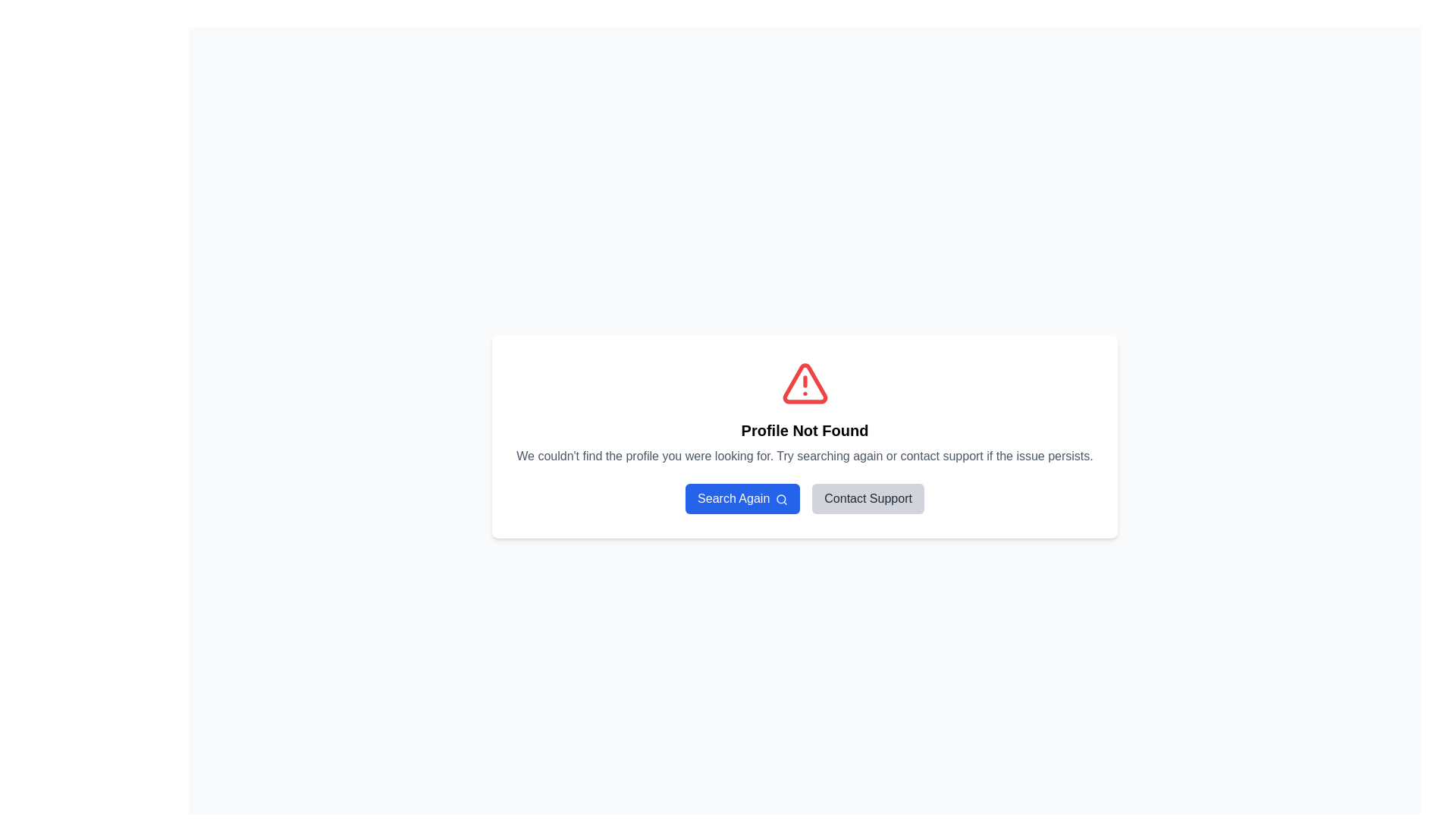 This screenshot has width=1456, height=819. Describe the element at coordinates (782, 499) in the screenshot. I see `the magnifying glass icon on the right side of the 'Search Again' button, which is positioned below the 'Profile Not Found' message` at that location.